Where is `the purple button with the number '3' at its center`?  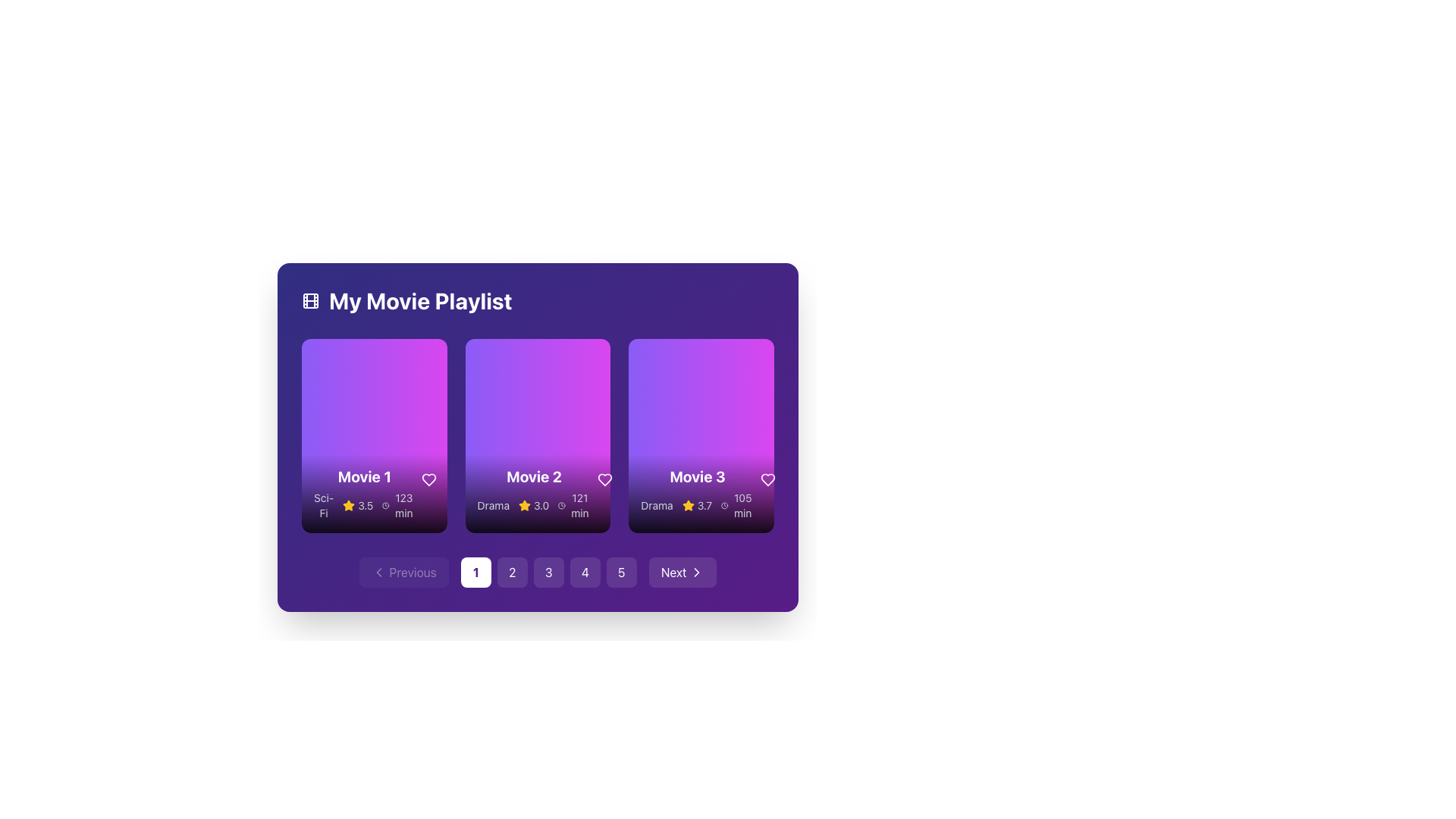 the purple button with the number '3' at its center is located at coordinates (548, 573).